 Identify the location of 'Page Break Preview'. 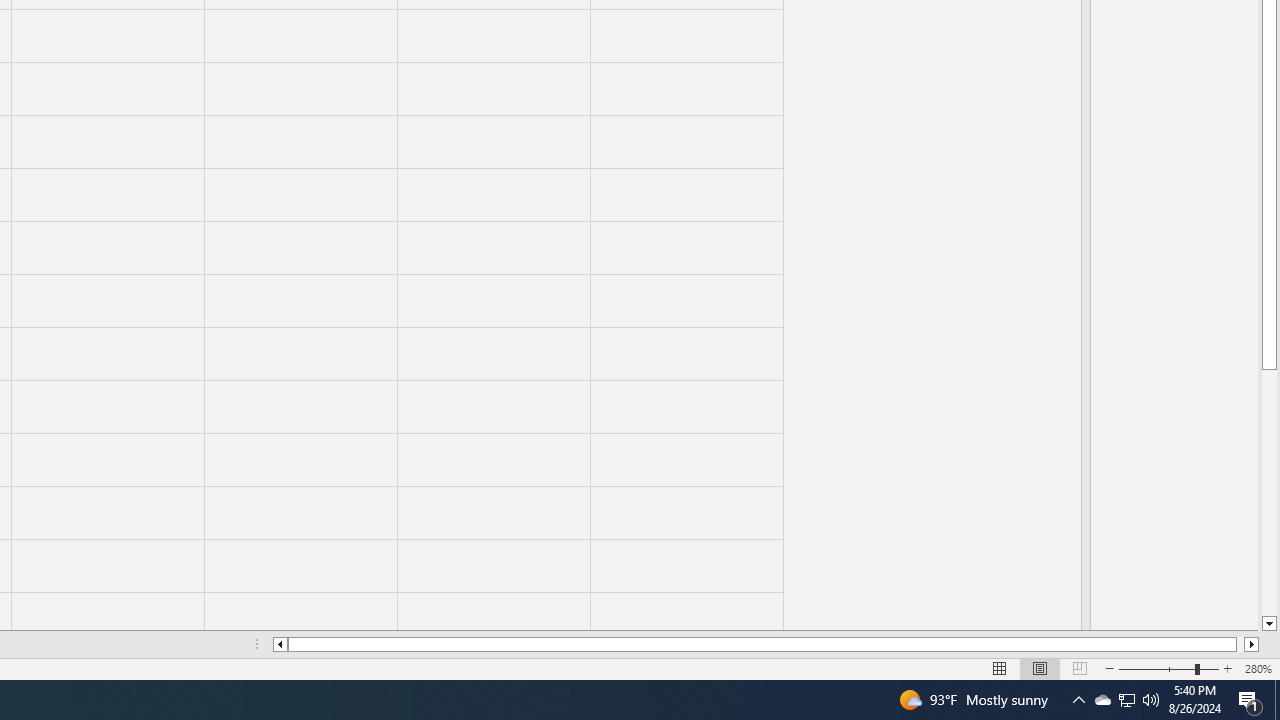
(1078, 669).